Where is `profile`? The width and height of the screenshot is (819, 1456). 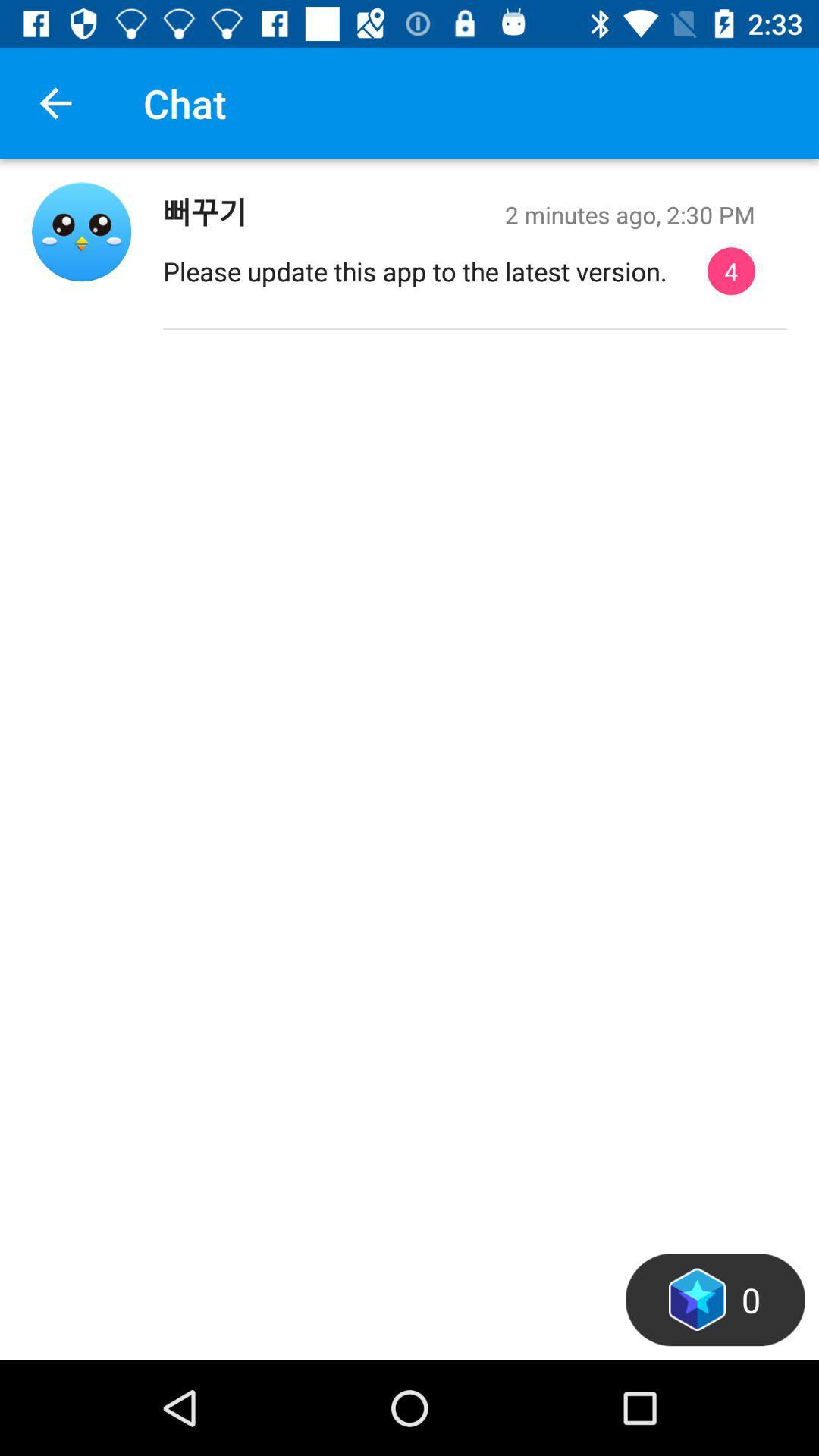 profile is located at coordinates (81, 231).